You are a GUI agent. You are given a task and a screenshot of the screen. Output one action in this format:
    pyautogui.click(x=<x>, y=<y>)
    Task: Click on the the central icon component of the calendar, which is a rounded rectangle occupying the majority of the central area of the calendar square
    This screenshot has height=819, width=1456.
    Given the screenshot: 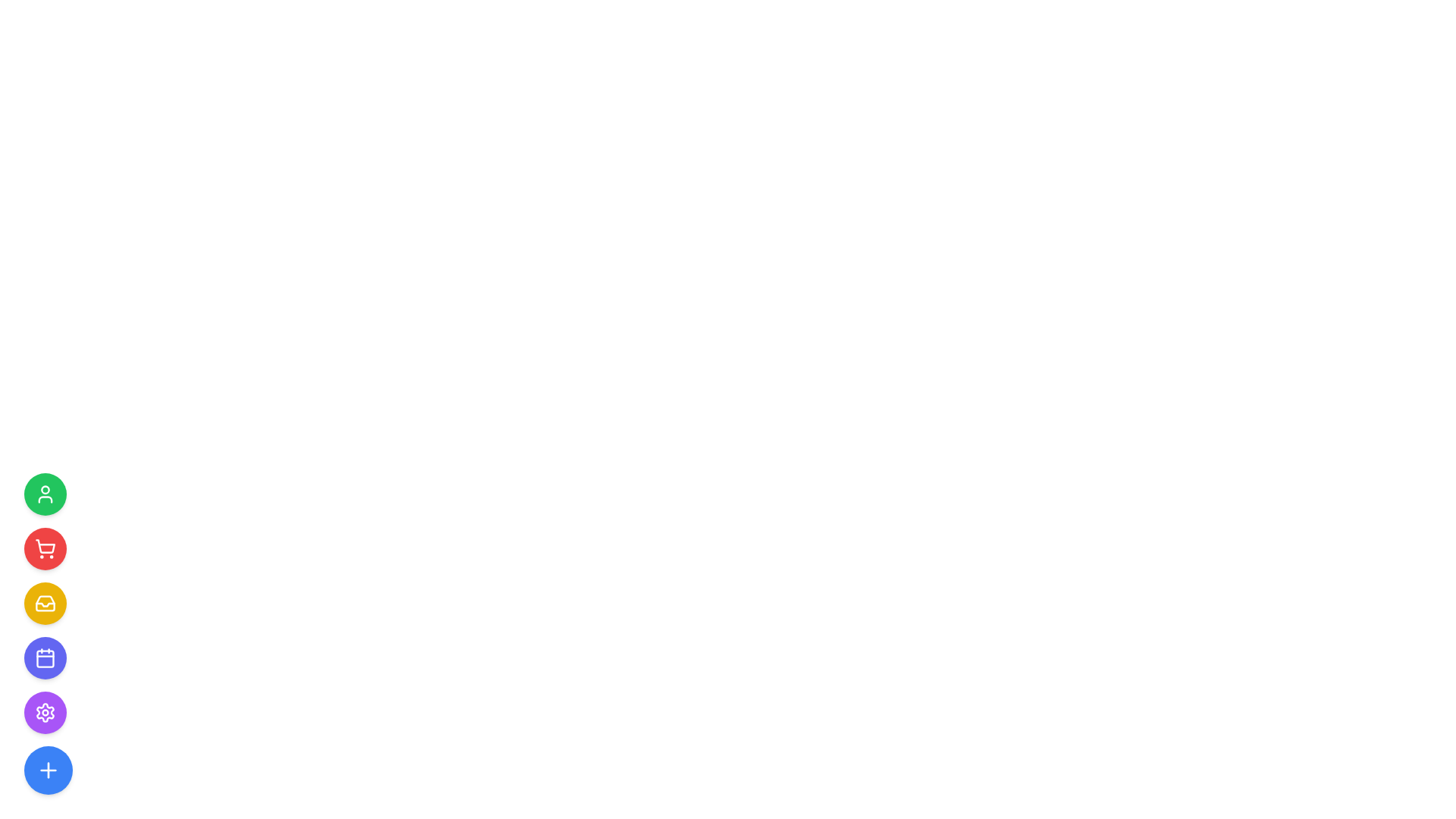 What is the action you would take?
    pyautogui.click(x=45, y=657)
    